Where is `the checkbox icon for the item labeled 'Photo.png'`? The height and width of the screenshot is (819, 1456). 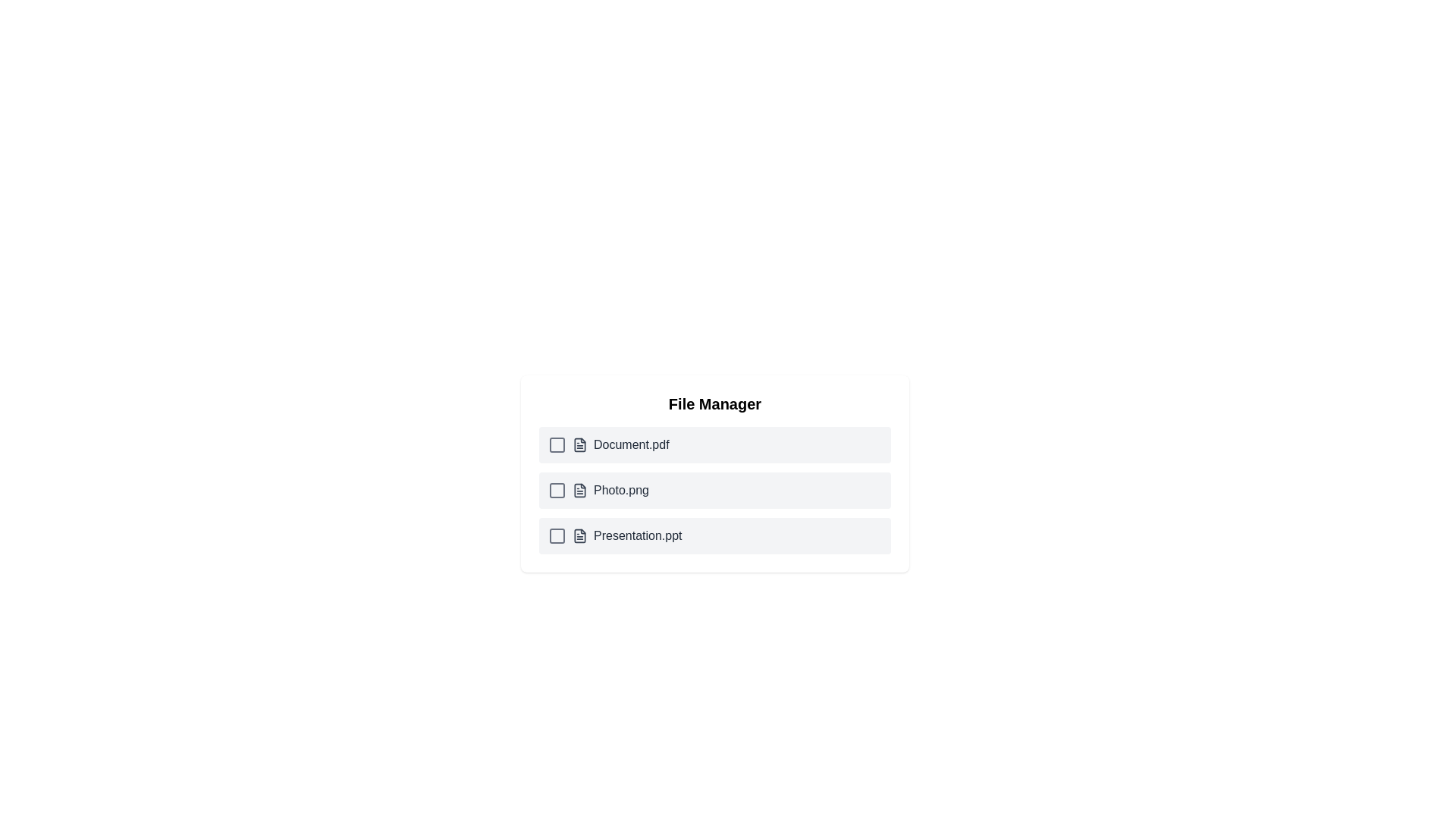 the checkbox icon for the item labeled 'Photo.png' is located at coordinates (556, 491).